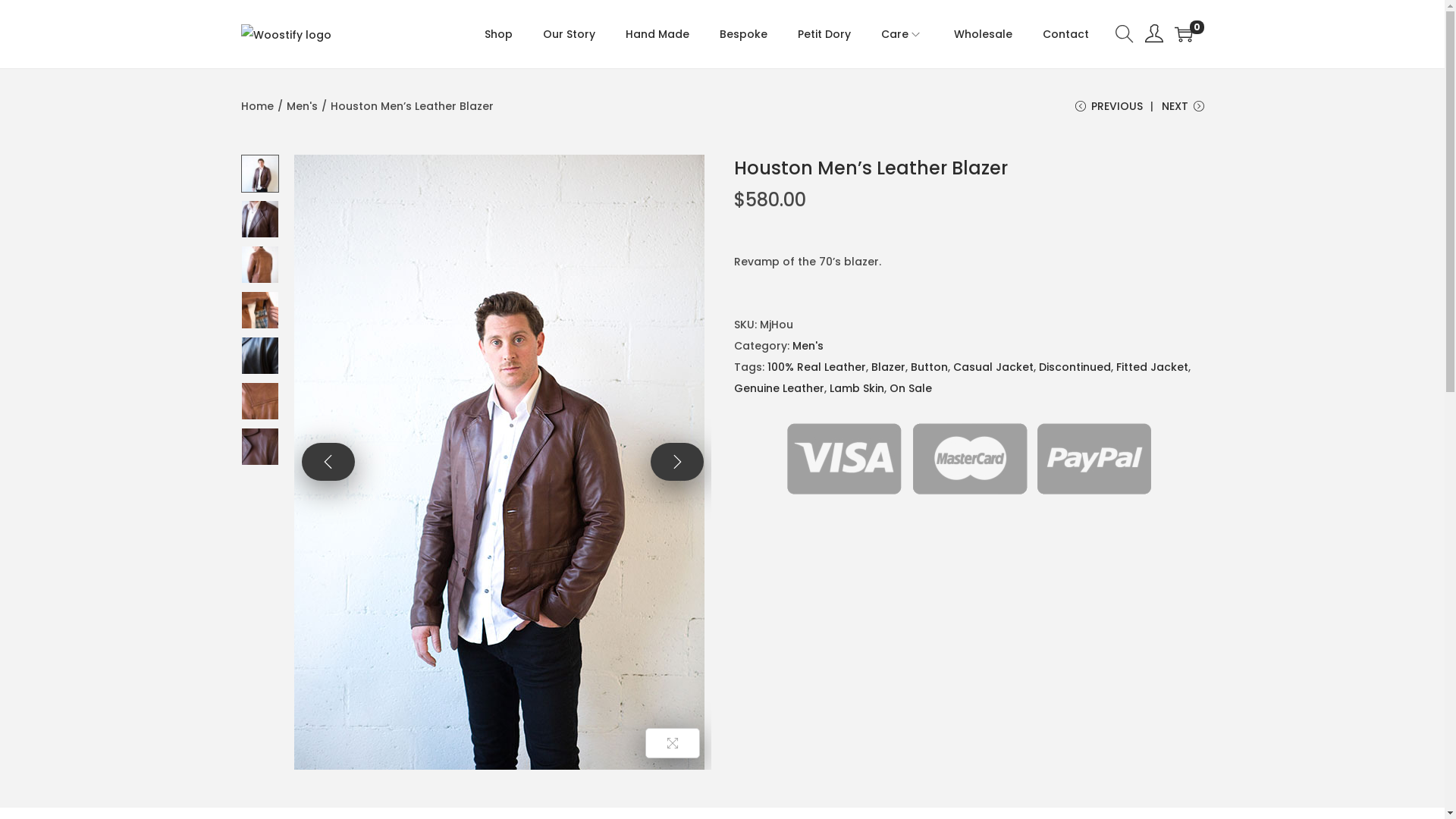 The height and width of the screenshot is (819, 1456). I want to click on 'Wholesale', so click(983, 34).